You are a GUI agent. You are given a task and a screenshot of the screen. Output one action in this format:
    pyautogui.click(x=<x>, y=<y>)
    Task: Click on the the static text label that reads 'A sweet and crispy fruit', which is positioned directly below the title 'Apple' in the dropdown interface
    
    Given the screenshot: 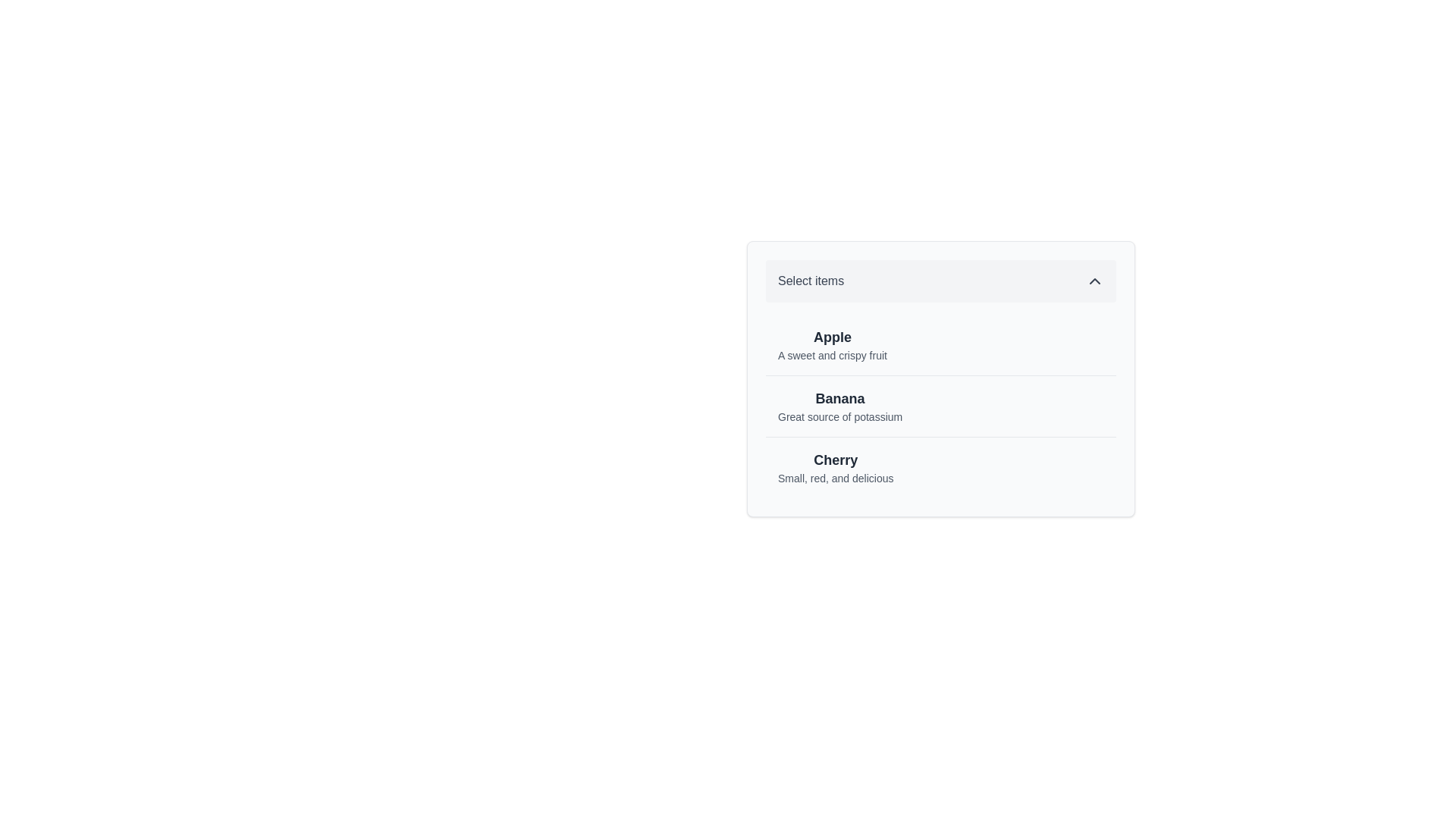 What is the action you would take?
    pyautogui.click(x=832, y=356)
    